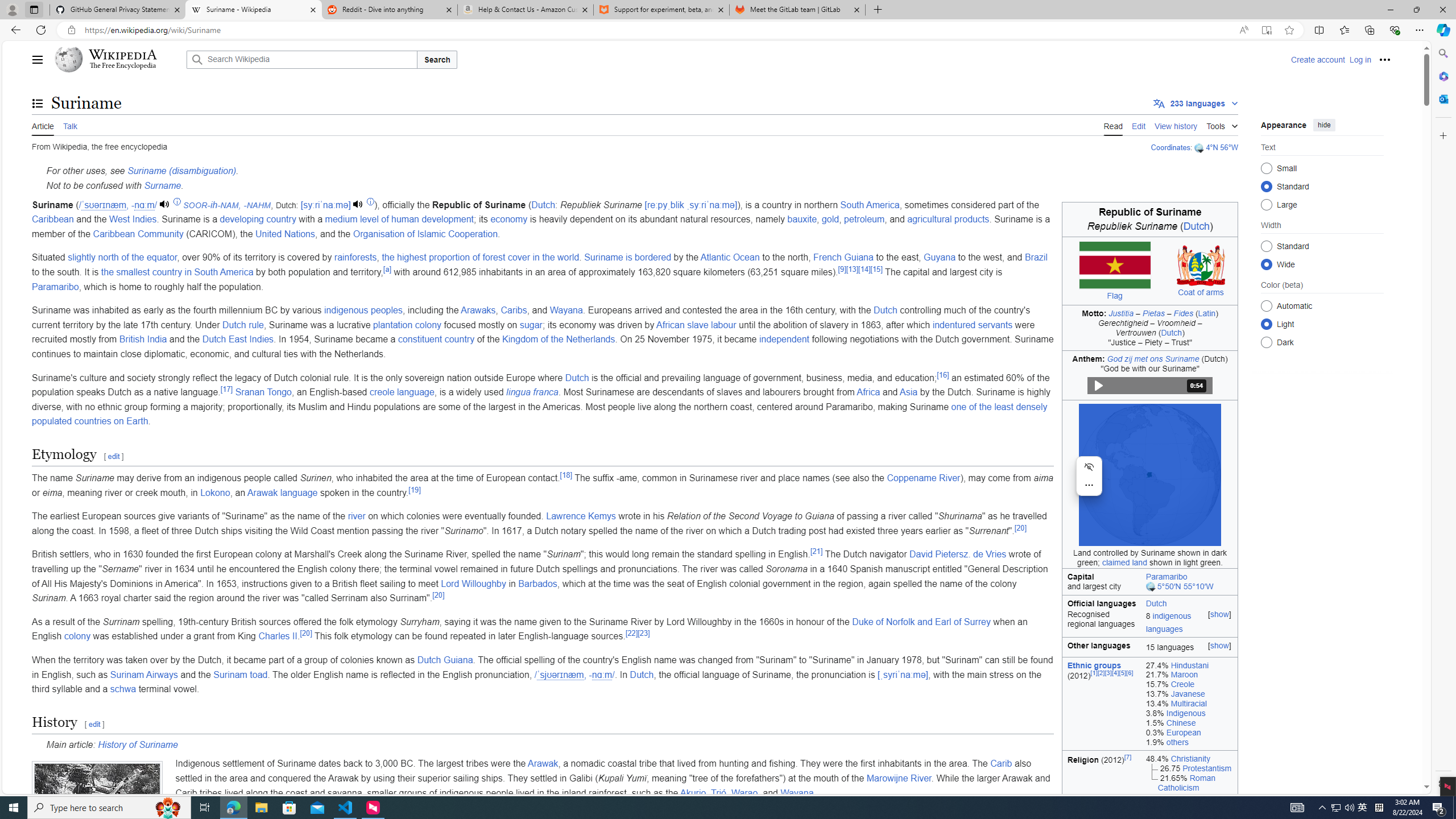 This screenshot has width=1456, height=819. Describe the element at coordinates (508, 218) in the screenshot. I see `'economy'` at that location.